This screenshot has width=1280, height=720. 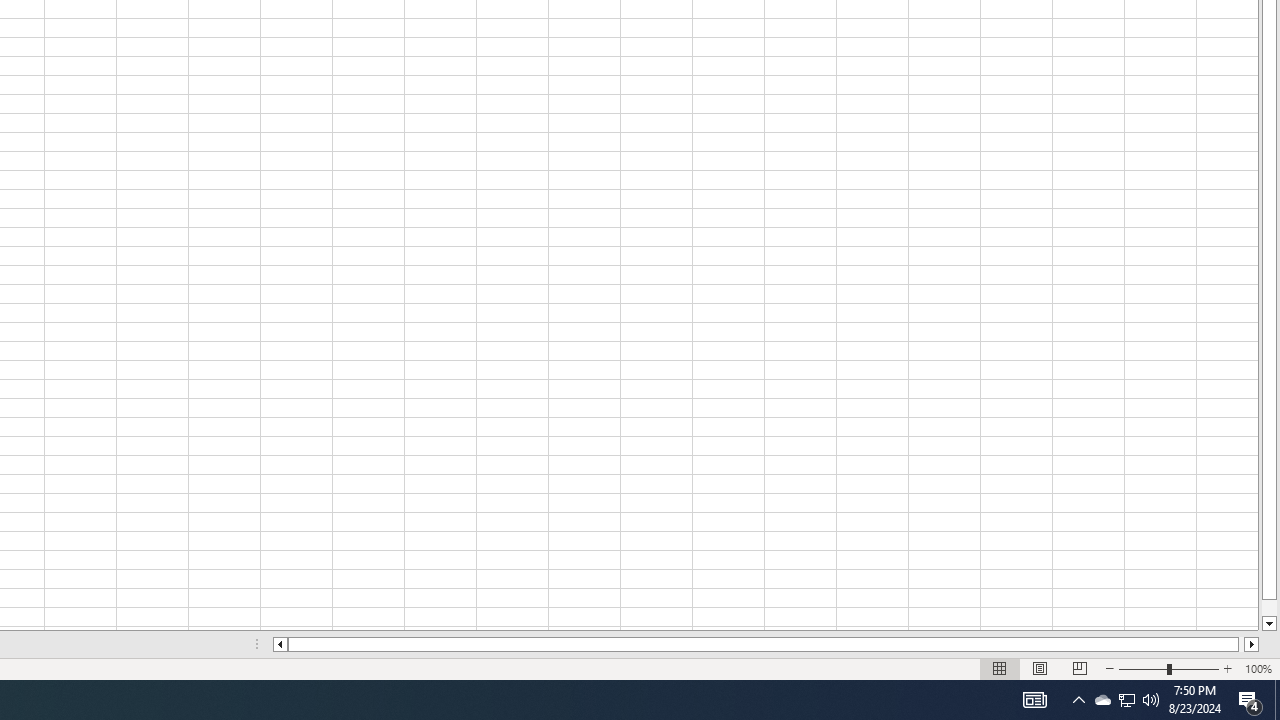 I want to click on 'Page Break Preview', so click(x=1078, y=669).